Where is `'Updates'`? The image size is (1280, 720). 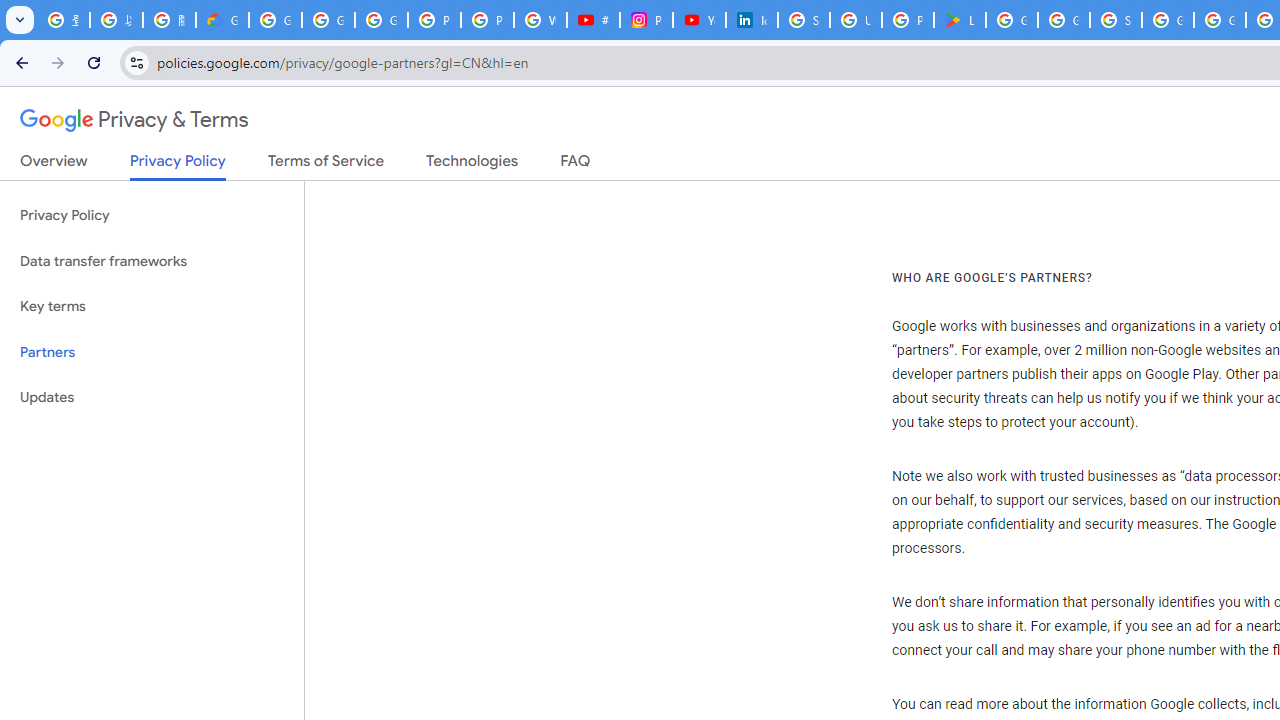
'Updates' is located at coordinates (151, 398).